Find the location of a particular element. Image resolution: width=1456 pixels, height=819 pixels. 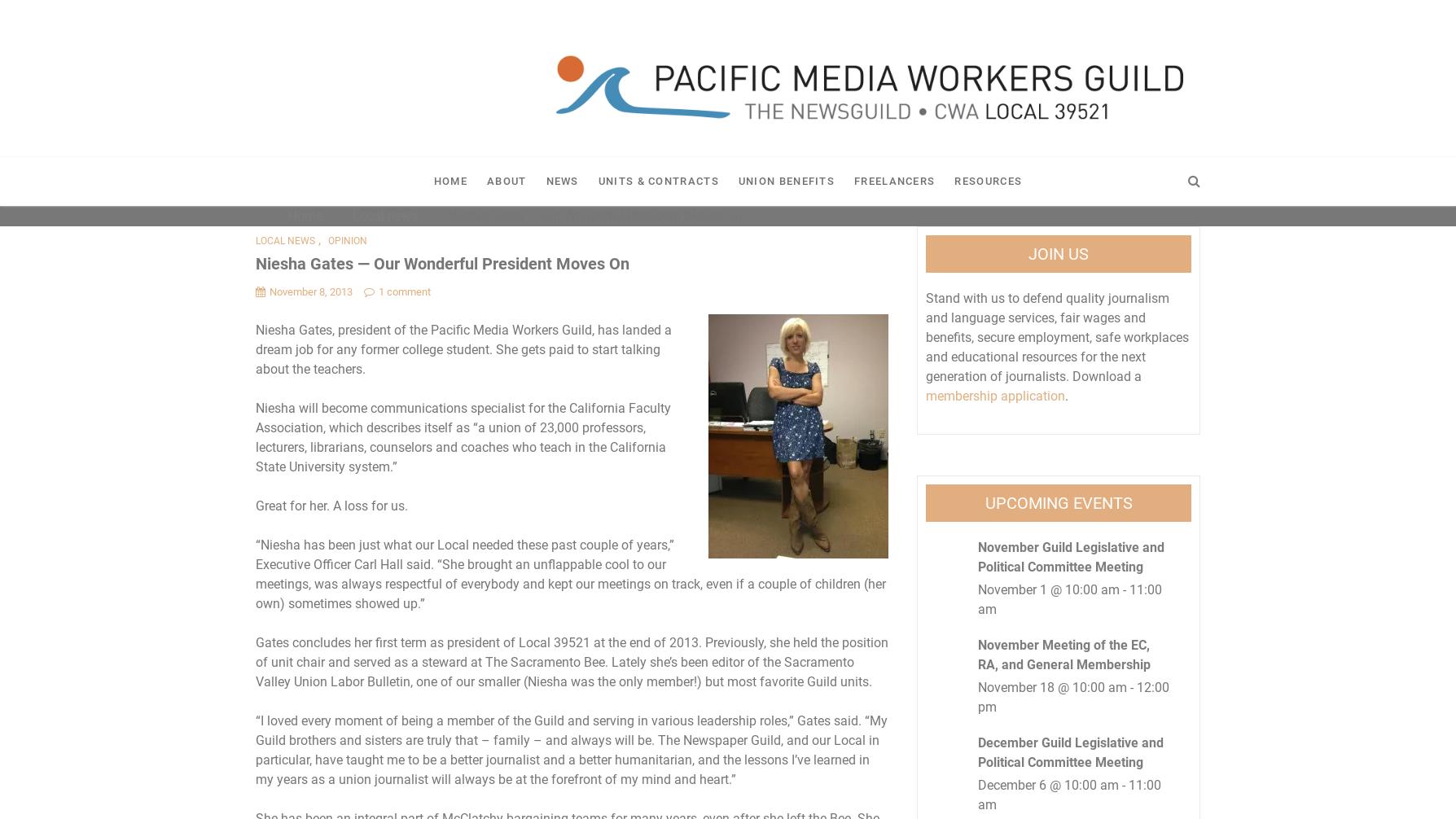

',' is located at coordinates (318, 238).